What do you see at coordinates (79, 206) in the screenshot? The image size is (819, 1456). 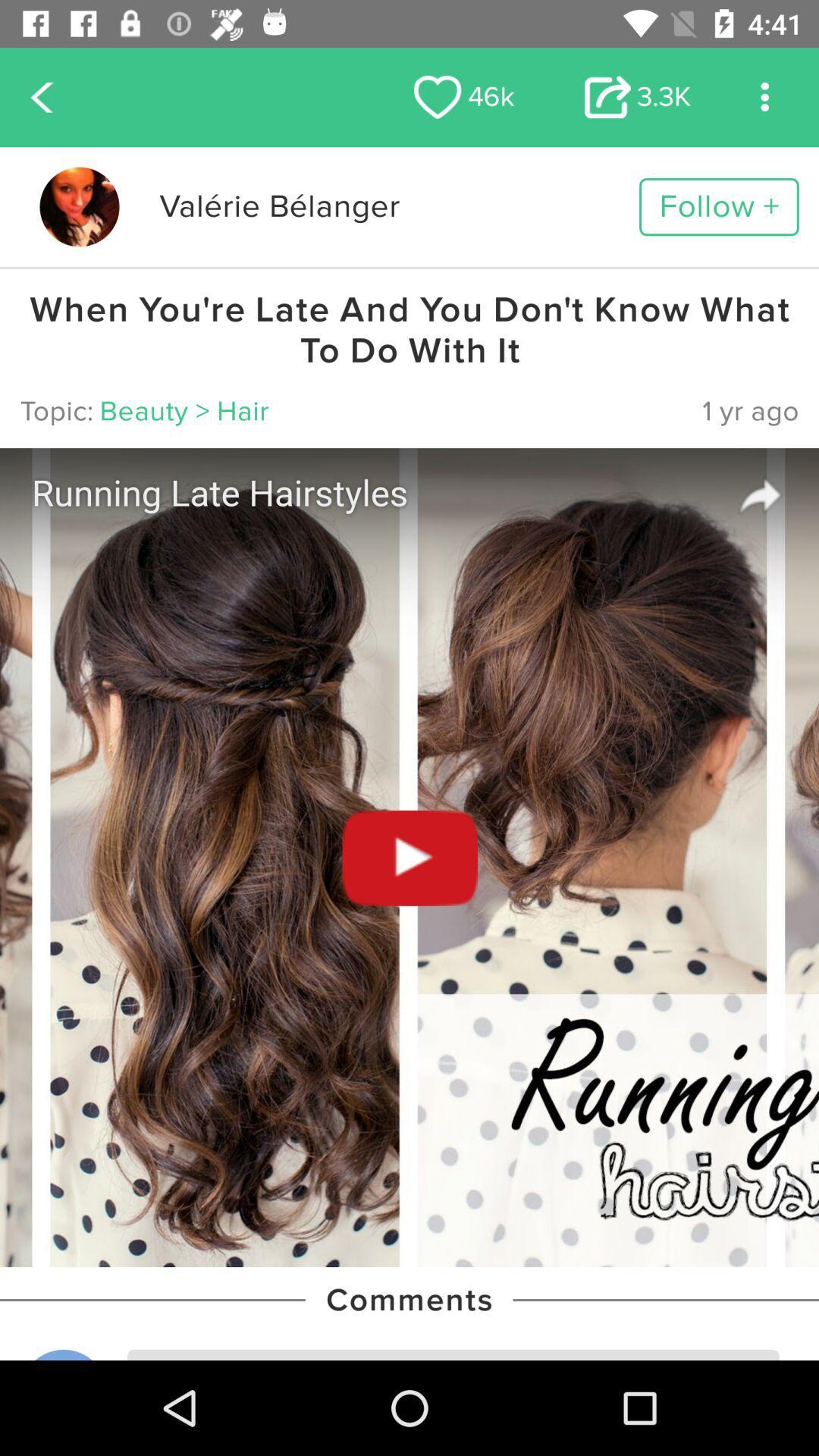 I see `profile picture` at bounding box center [79, 206].